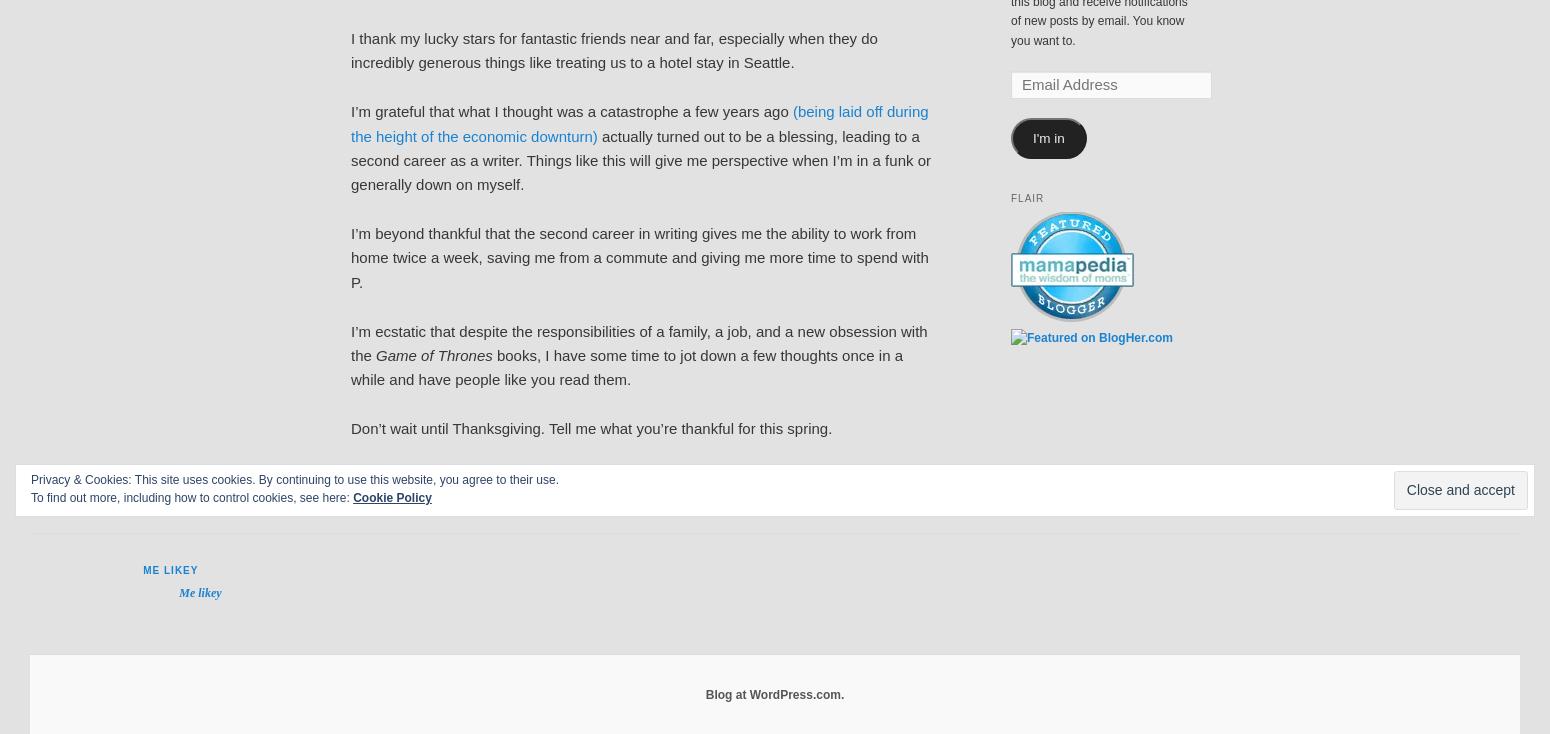  I want to click on 'Replies', so click(580, 474).